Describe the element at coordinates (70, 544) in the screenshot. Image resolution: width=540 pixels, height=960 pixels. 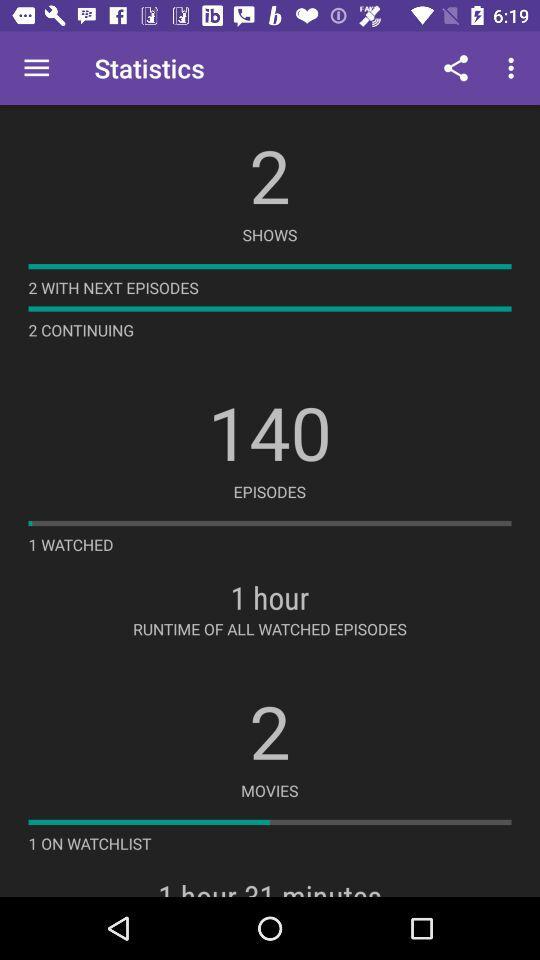
I see `the 1 watched icon` at that location.